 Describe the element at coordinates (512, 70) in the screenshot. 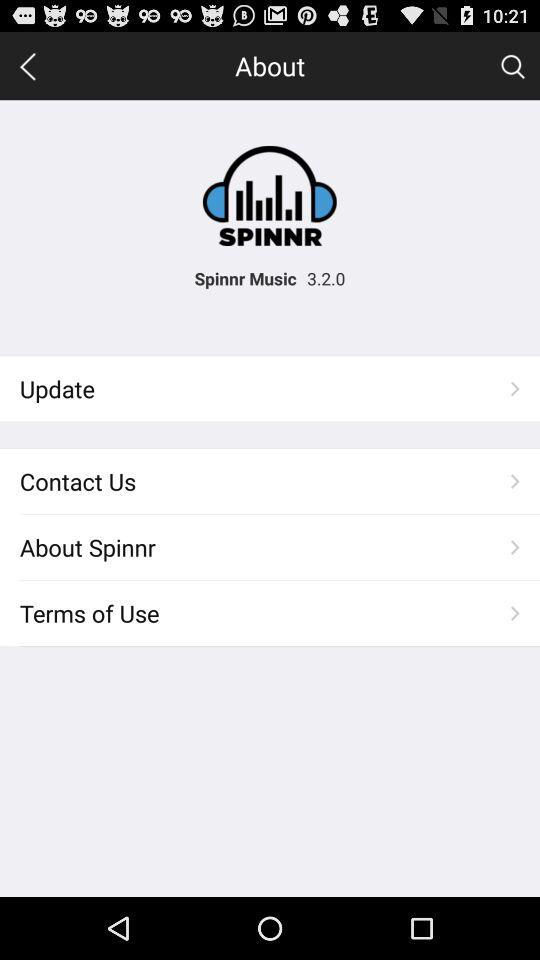

I see `the search icon` at that location.